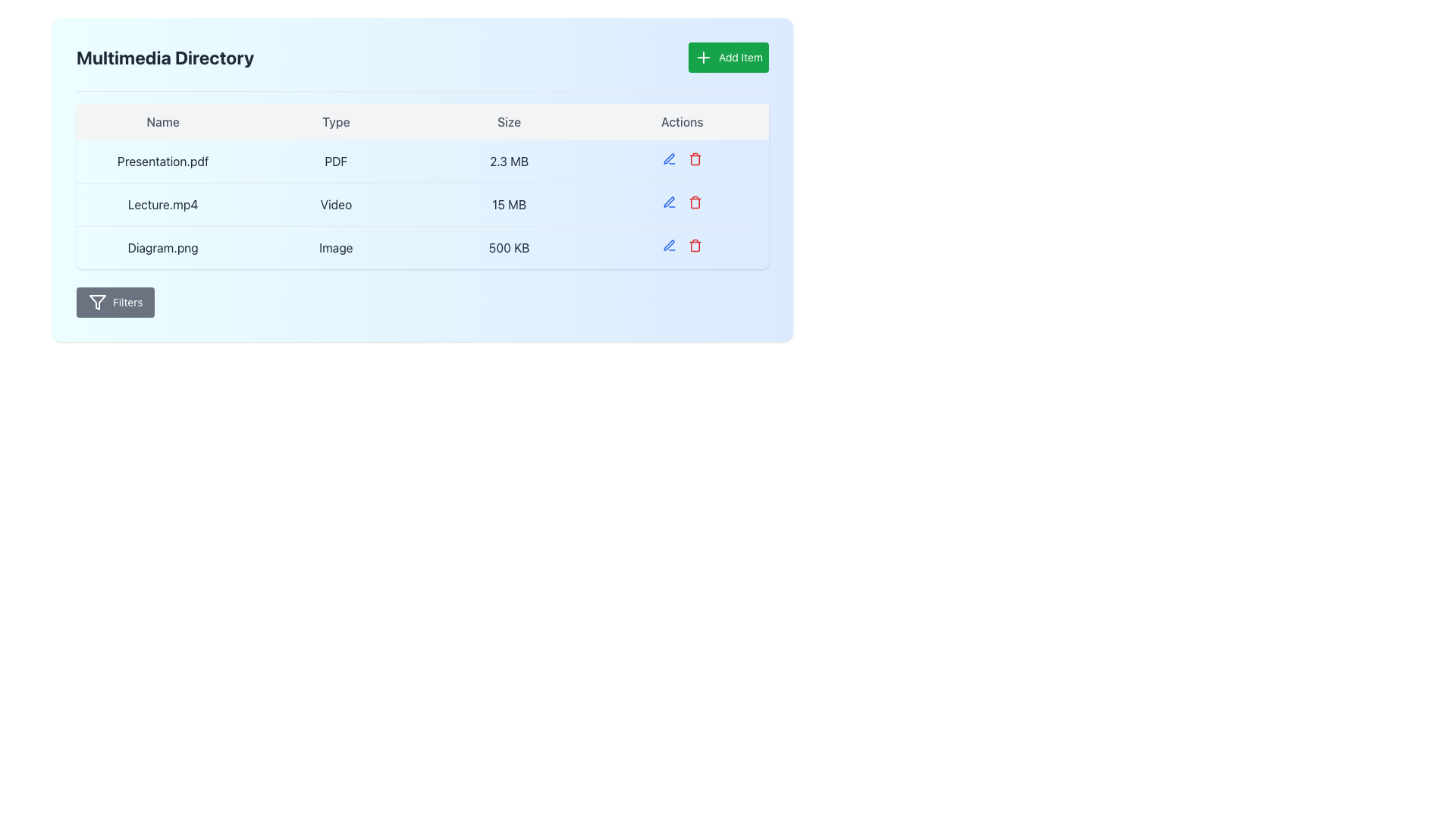 This screenshot has height=819, width=1456. What do you see at coordinates (422, 205) in the screenshot?
I see `on the table row displaying information about the file 'Lecture.mp4'` at bounding box center [422, 205].